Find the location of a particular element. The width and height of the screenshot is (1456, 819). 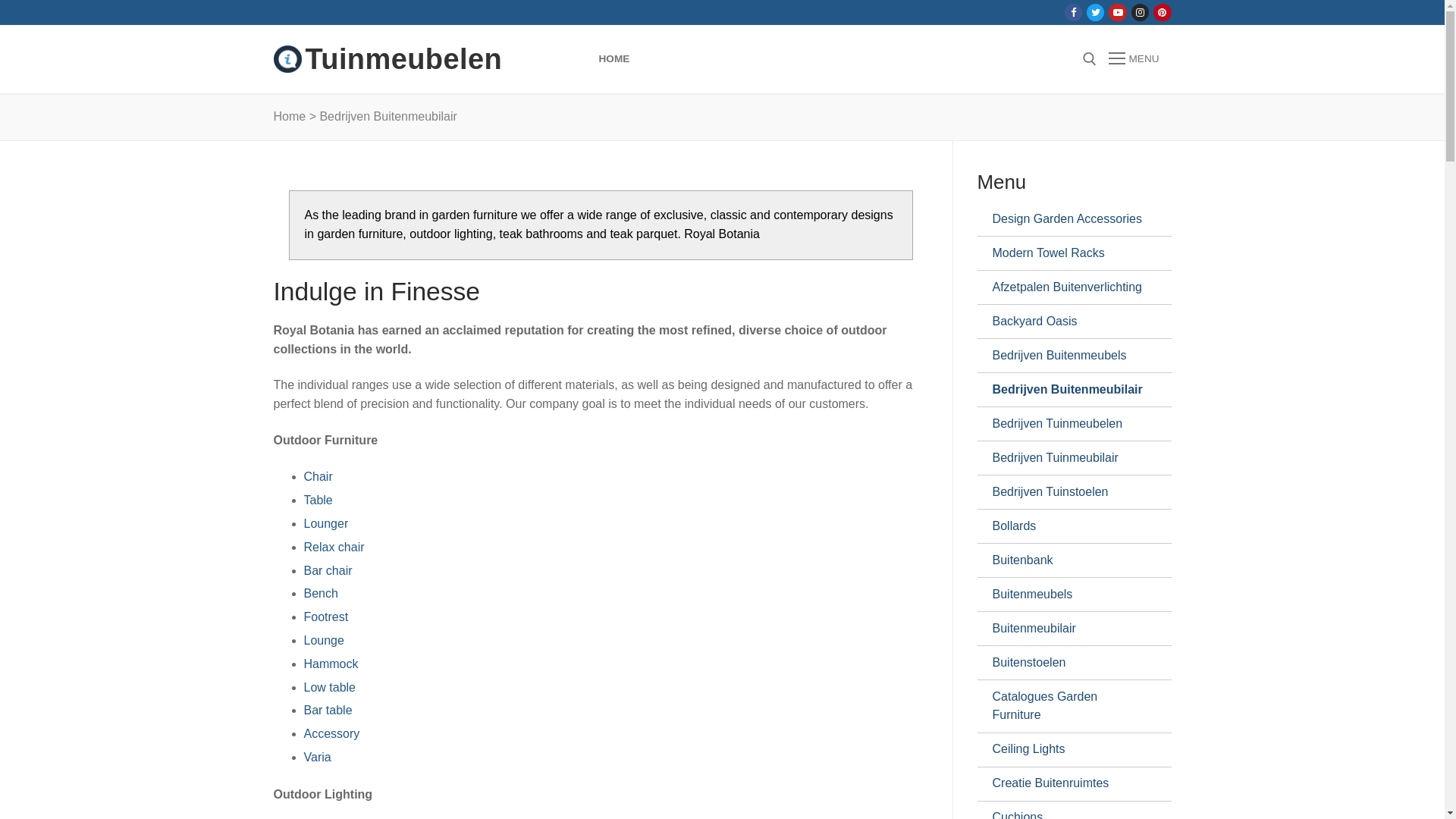

'HOME' is located at coordinates (613, 58).